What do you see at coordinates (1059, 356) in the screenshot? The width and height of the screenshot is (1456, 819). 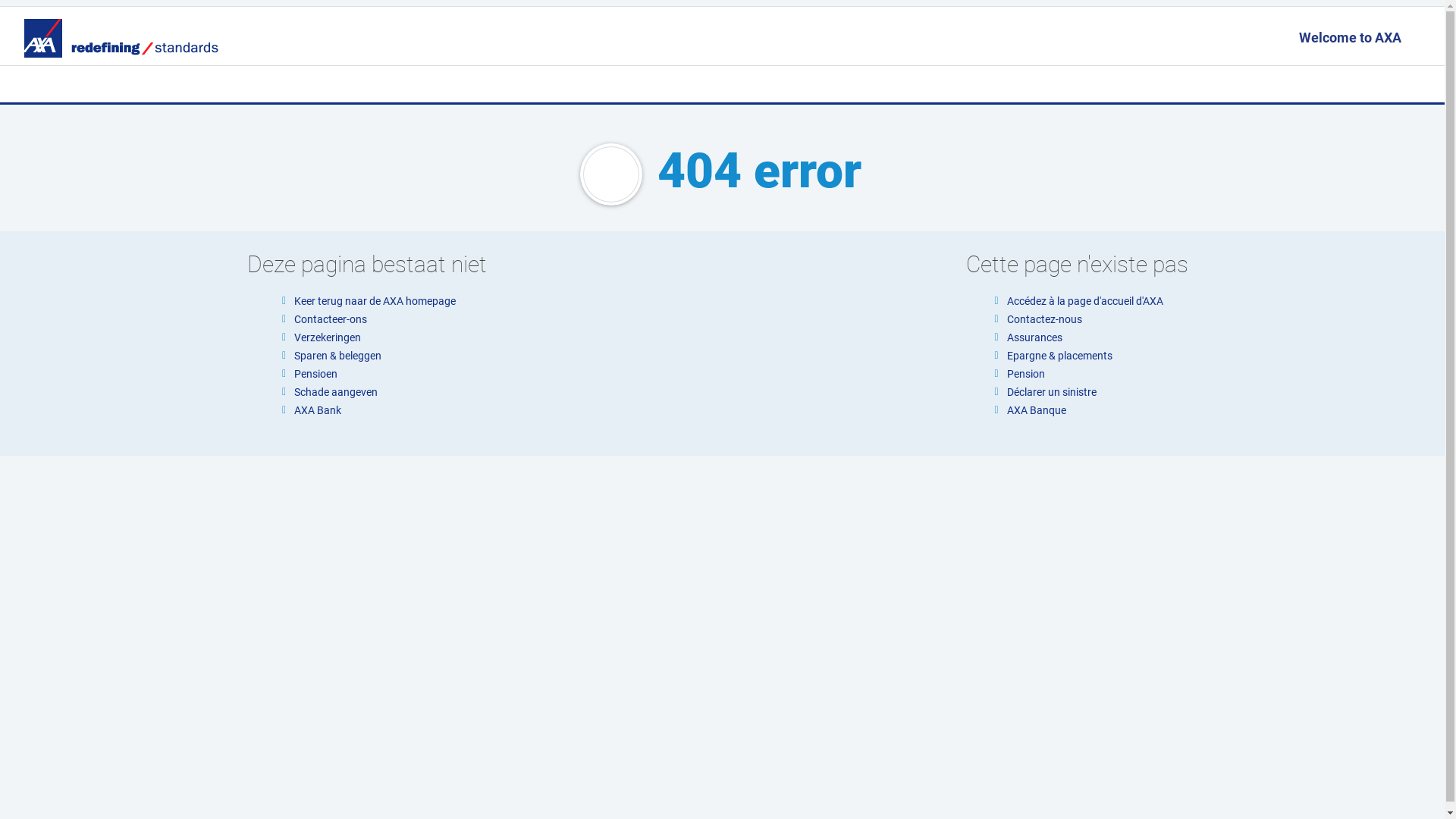 I see `'Epargne & placements'` at bounding box center [1059, 356].